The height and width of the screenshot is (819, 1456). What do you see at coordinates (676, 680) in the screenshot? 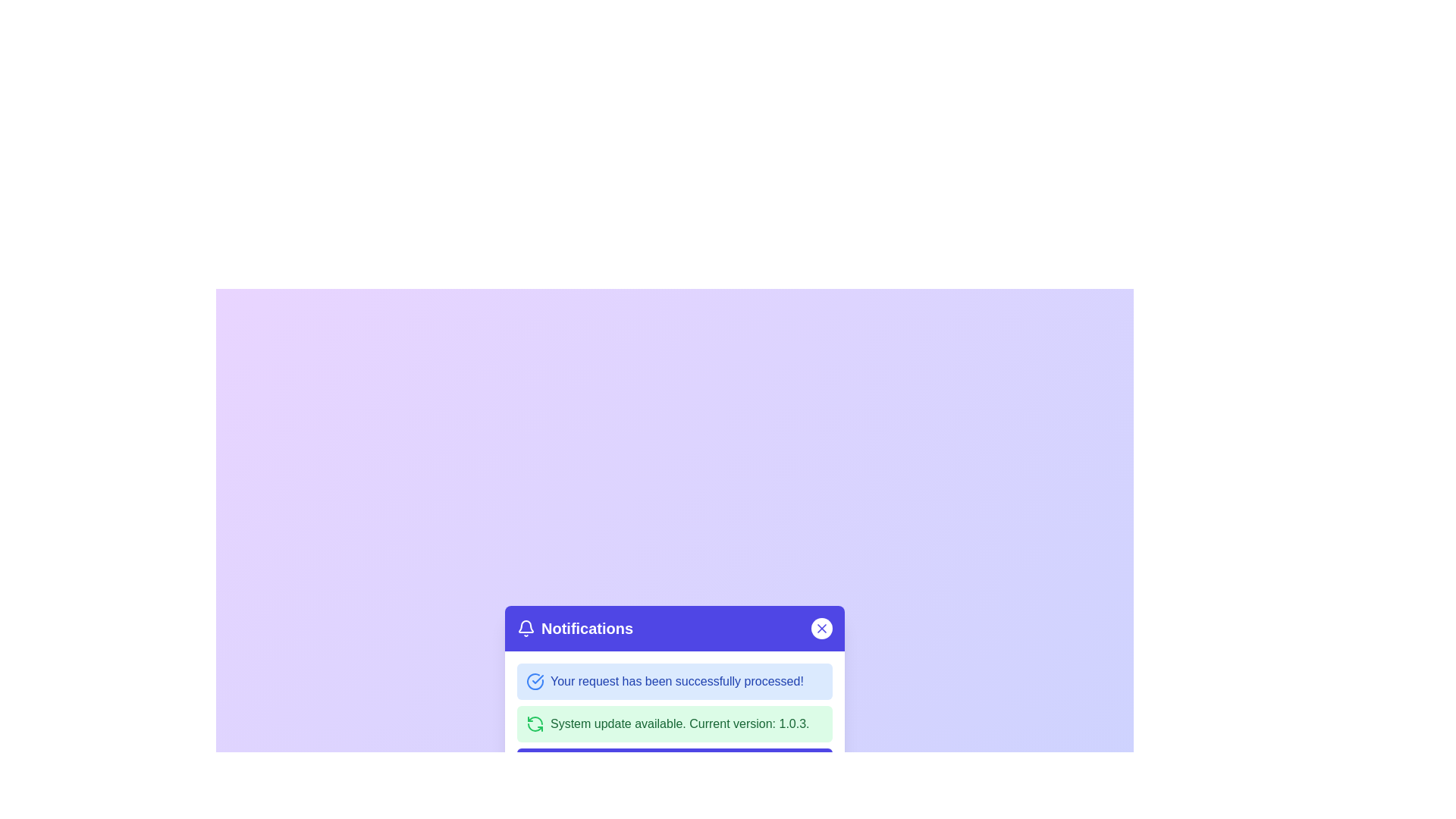
I see `the notification text that indicates a successful request completion, located at the top of the notification panel` at bounding box center [676, 680].